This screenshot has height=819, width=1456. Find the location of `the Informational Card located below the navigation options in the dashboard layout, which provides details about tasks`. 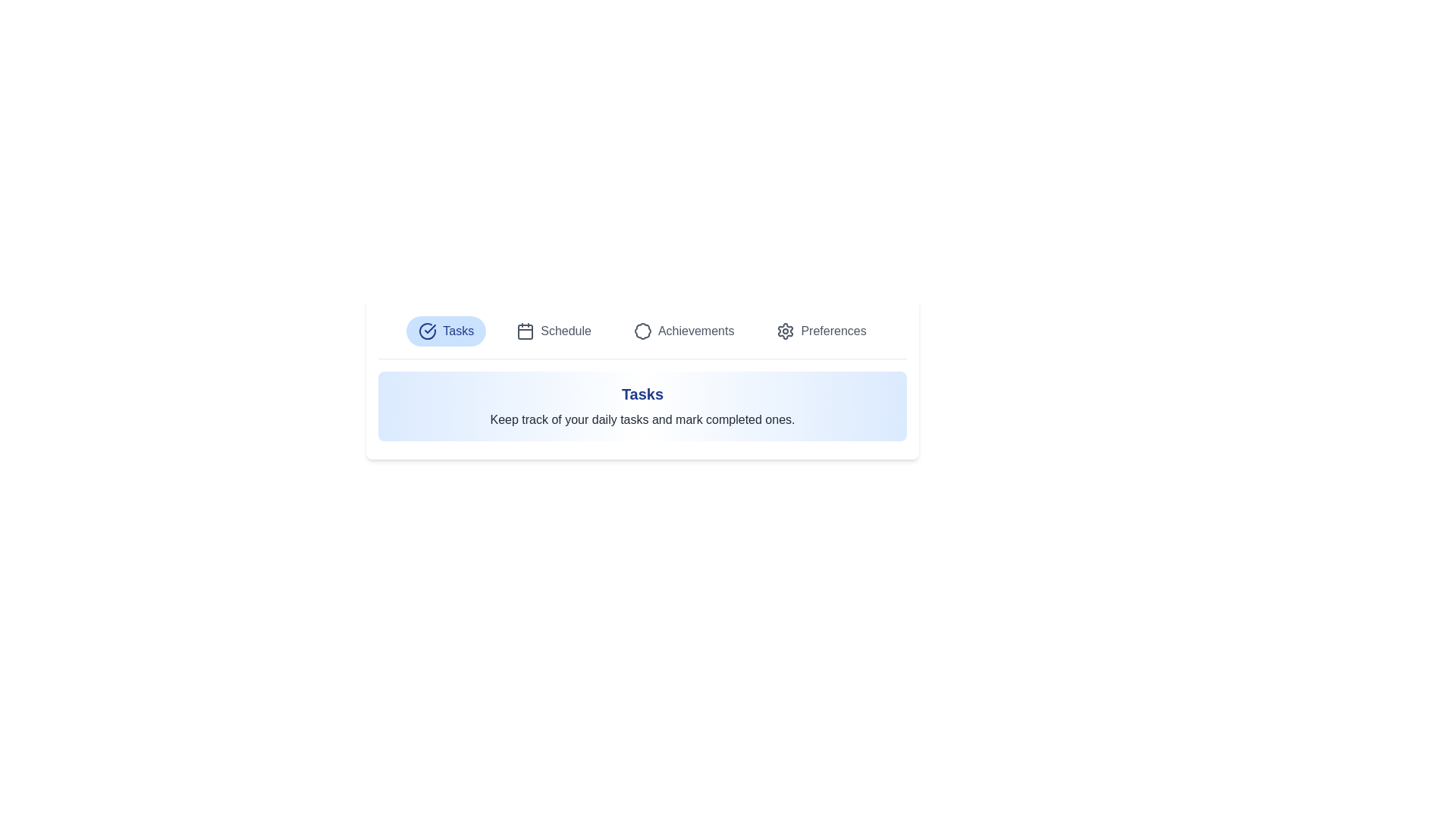

the Informational Card located below the navigation options in the dashboard layout, which provides details about tasks is located at coordinates (642, 406).